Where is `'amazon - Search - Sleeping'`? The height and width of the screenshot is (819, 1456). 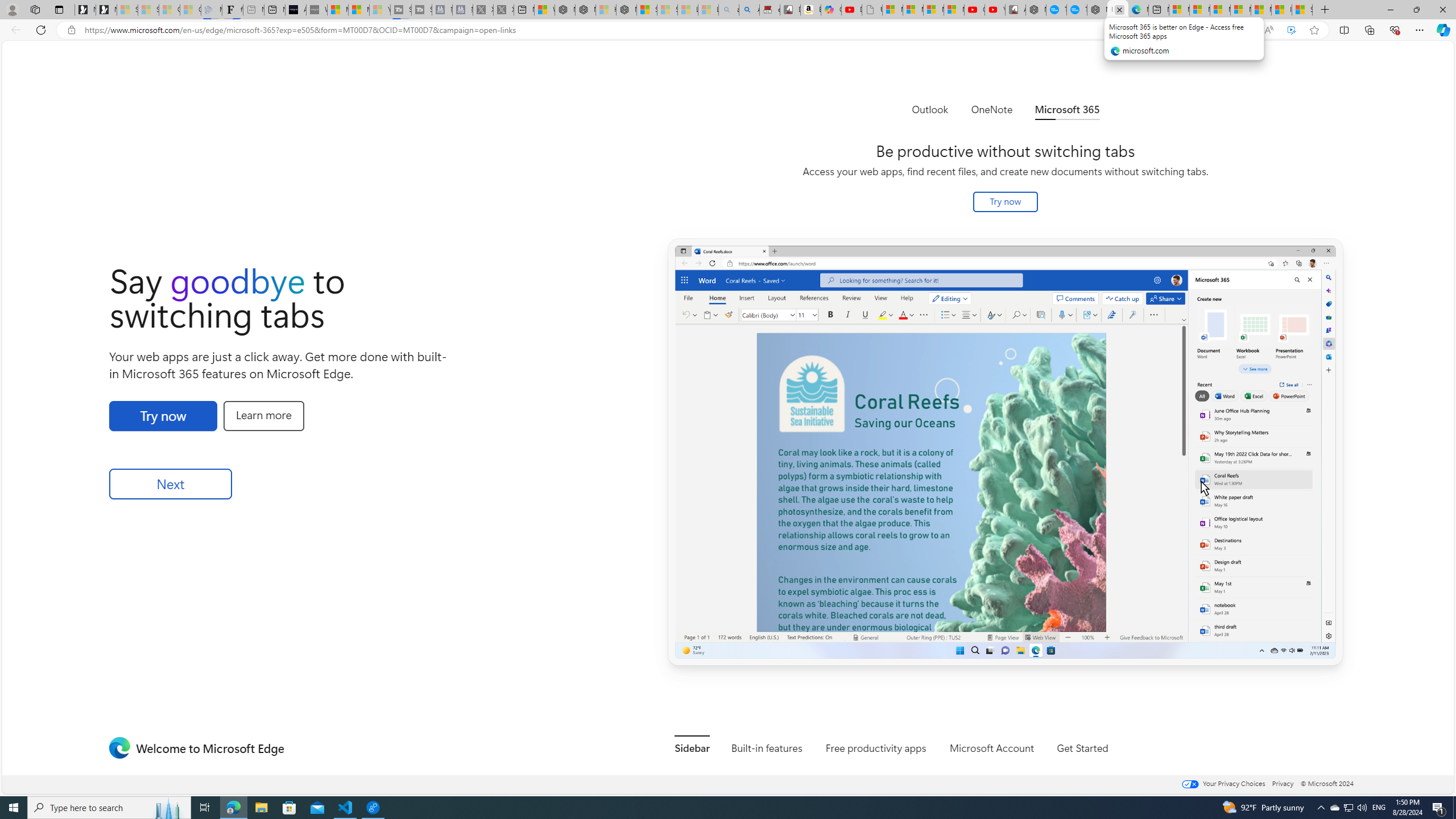
'amazon - Search - Sleeping' is located at coordinates (728, 9).